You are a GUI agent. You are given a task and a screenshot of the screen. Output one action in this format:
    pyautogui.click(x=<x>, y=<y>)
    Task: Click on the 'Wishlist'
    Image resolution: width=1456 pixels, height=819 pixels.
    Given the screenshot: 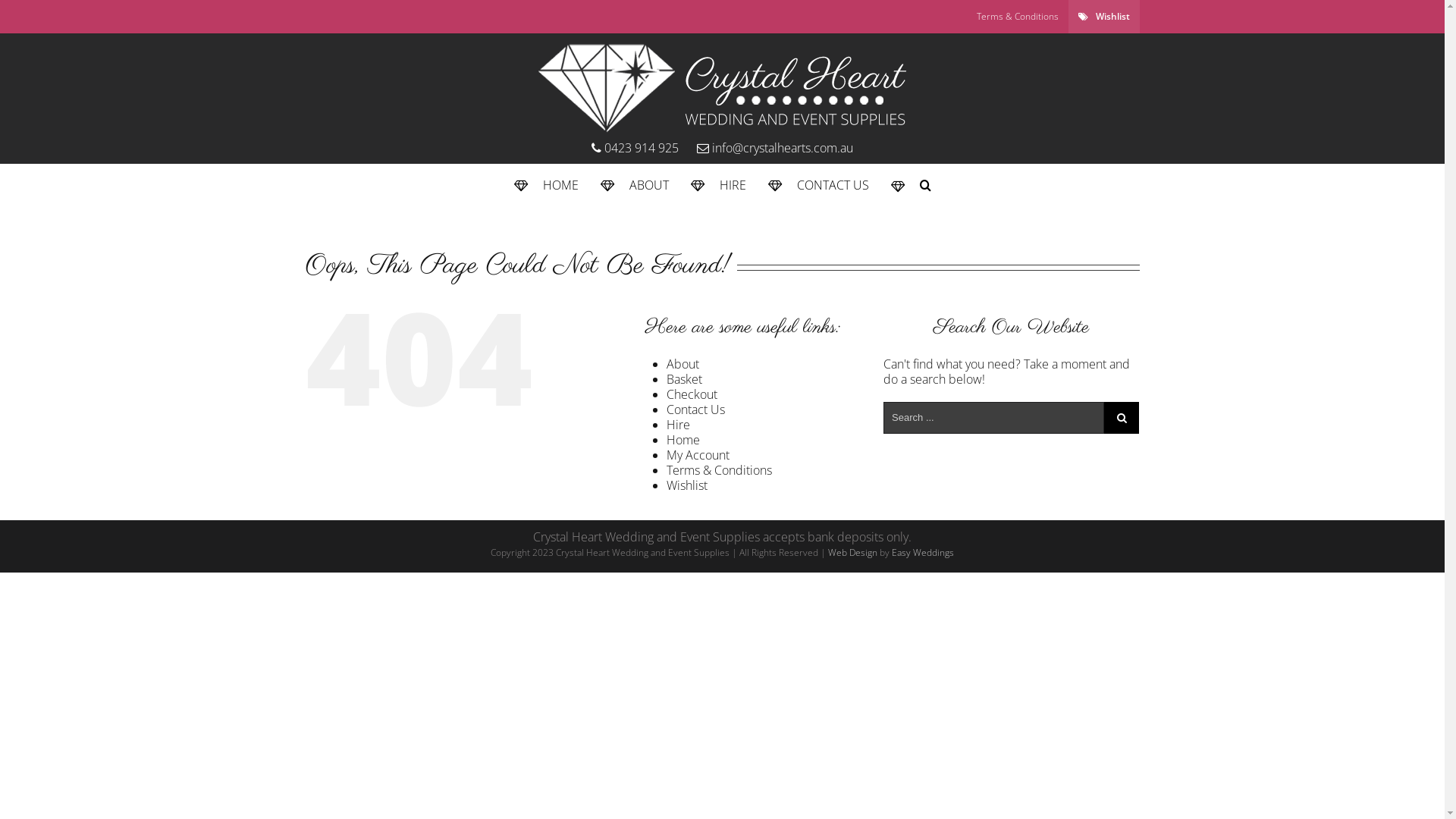 What is the action you would take?
    pyautogui.click(x=686, y=485)
    